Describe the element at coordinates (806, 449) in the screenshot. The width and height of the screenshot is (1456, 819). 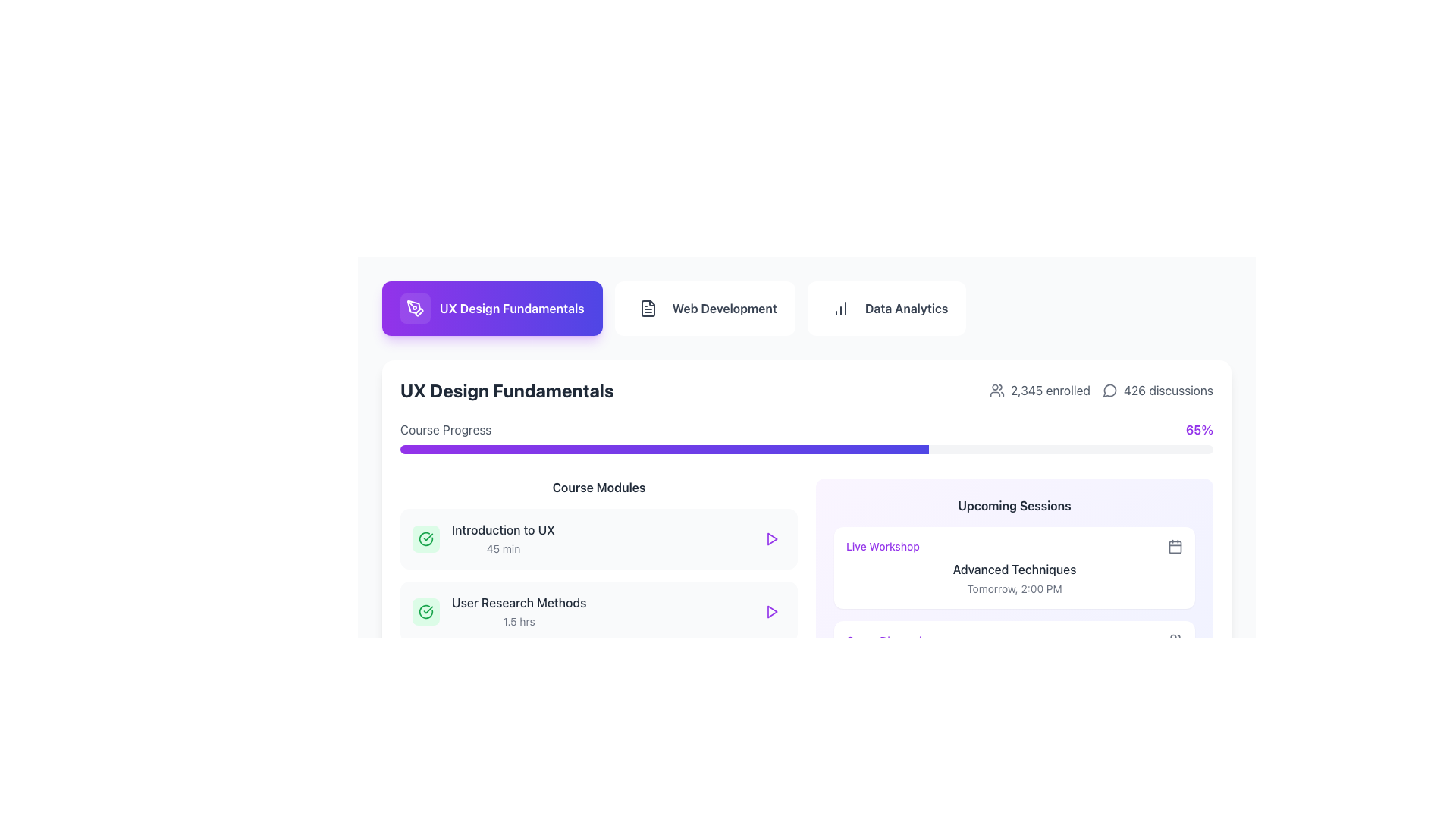
I see `the progress bar indicating 65% completion, located beneath the 'Course Progress' label` at that location.